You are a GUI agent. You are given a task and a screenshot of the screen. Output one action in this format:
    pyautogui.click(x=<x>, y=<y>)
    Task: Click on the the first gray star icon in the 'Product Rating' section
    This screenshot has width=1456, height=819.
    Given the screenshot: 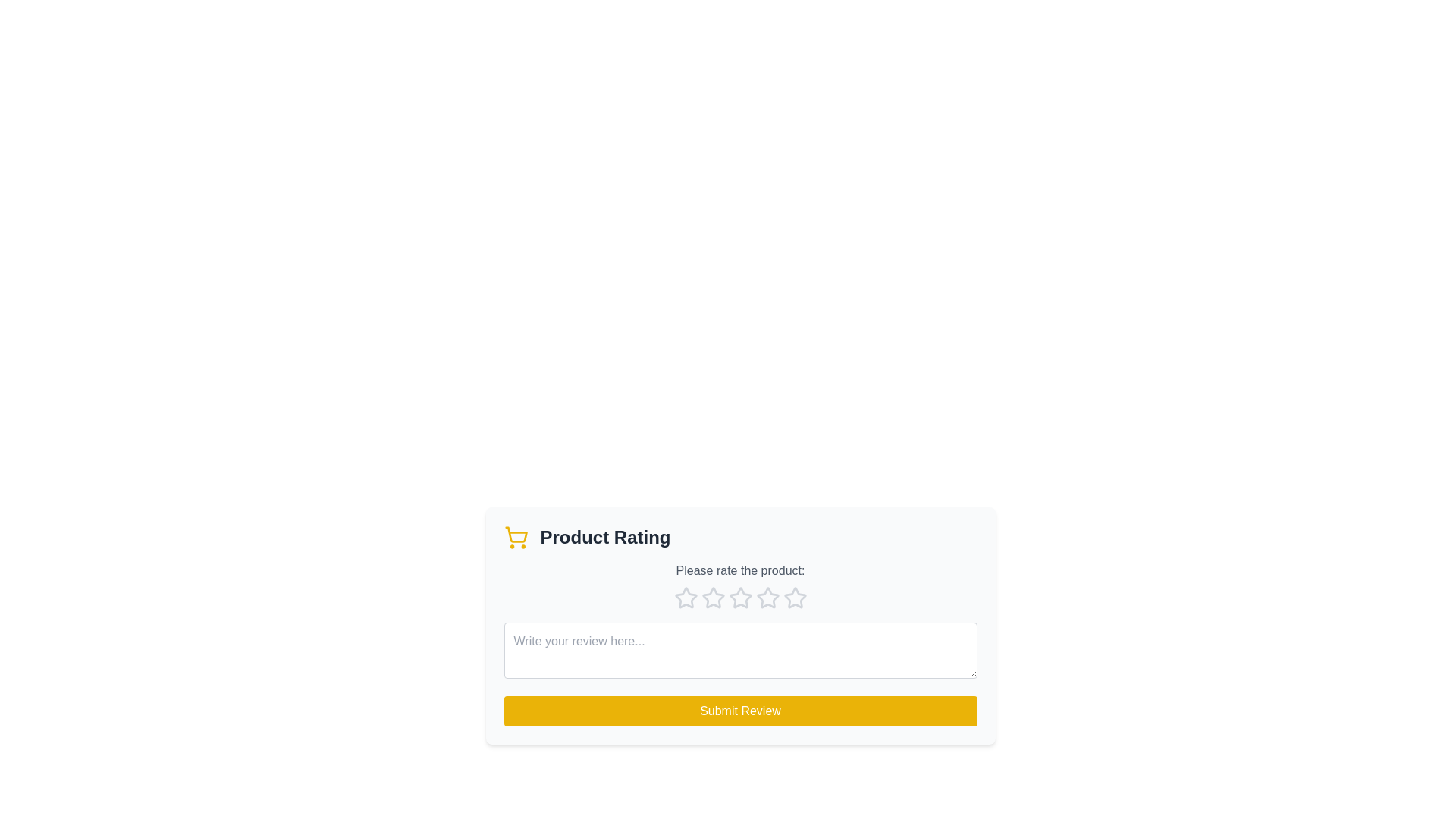 What is the action you would take?
    pyautogui.click(x=685, y=598)
    